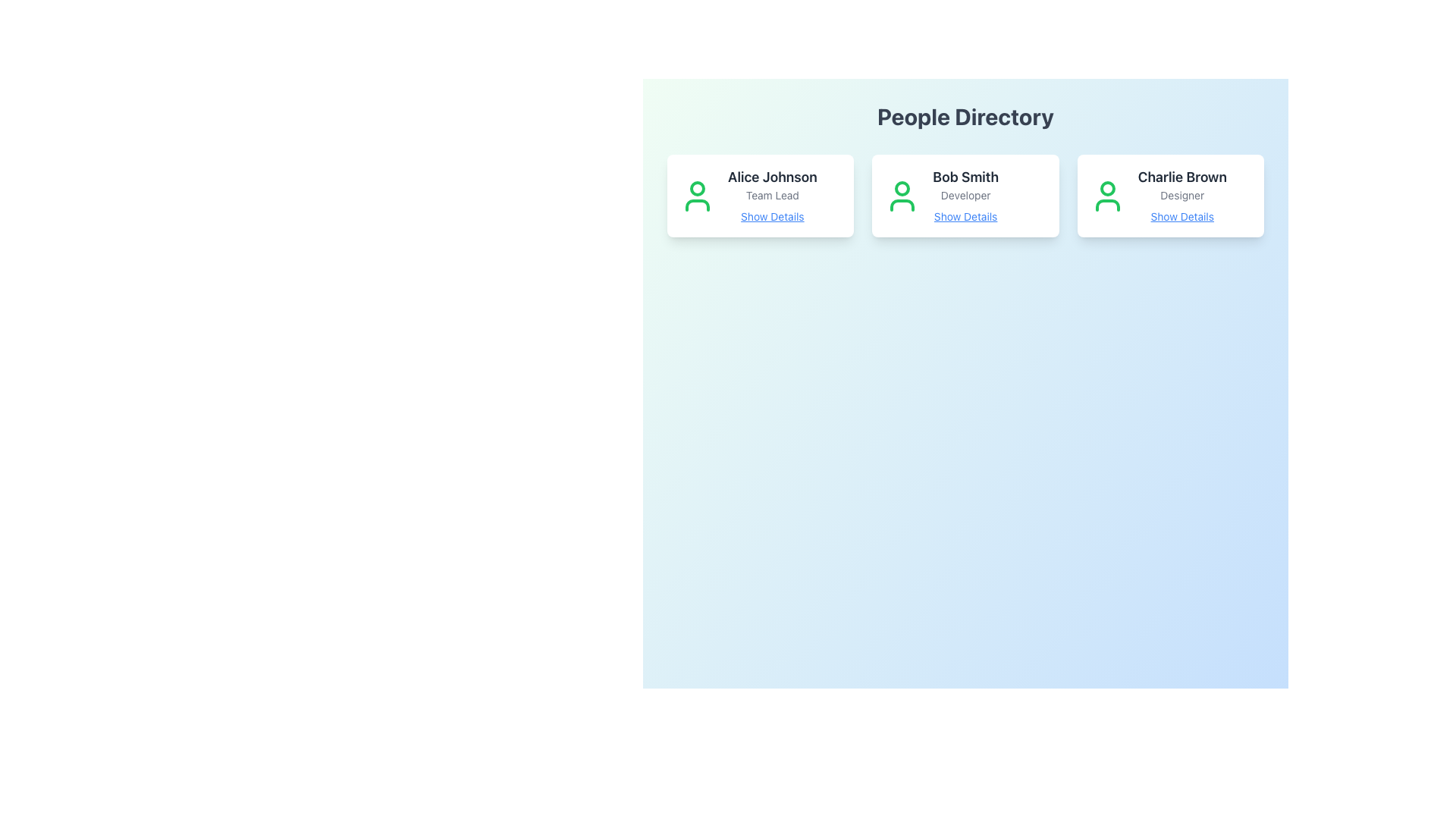 This screenshot has height=819, width=1456. What do you see at coordinates (1107, 195) in the screenshot?
I see `the SVG Icon representing the profile of 'Charlie Brown' within the 'Charlie Brown Designer Show Details' card, located to the left of the text 'Charlie Brown'` at bounding box center [1107, 195].